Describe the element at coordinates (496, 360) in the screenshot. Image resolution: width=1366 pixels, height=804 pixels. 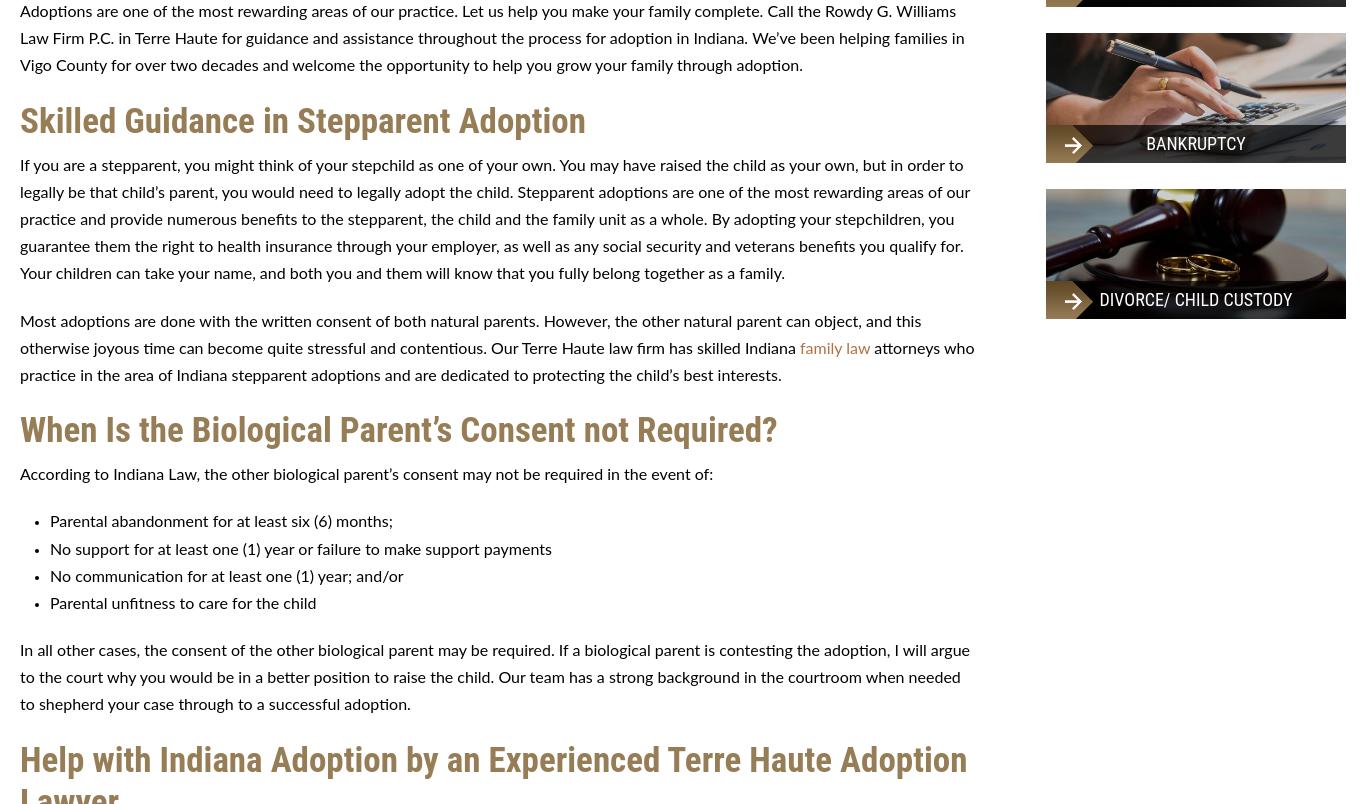
I see `'attorneys who practice in the area of Indiana stepparent adoptions and are dedicated to protecting the child’s best interests.'` at that location.